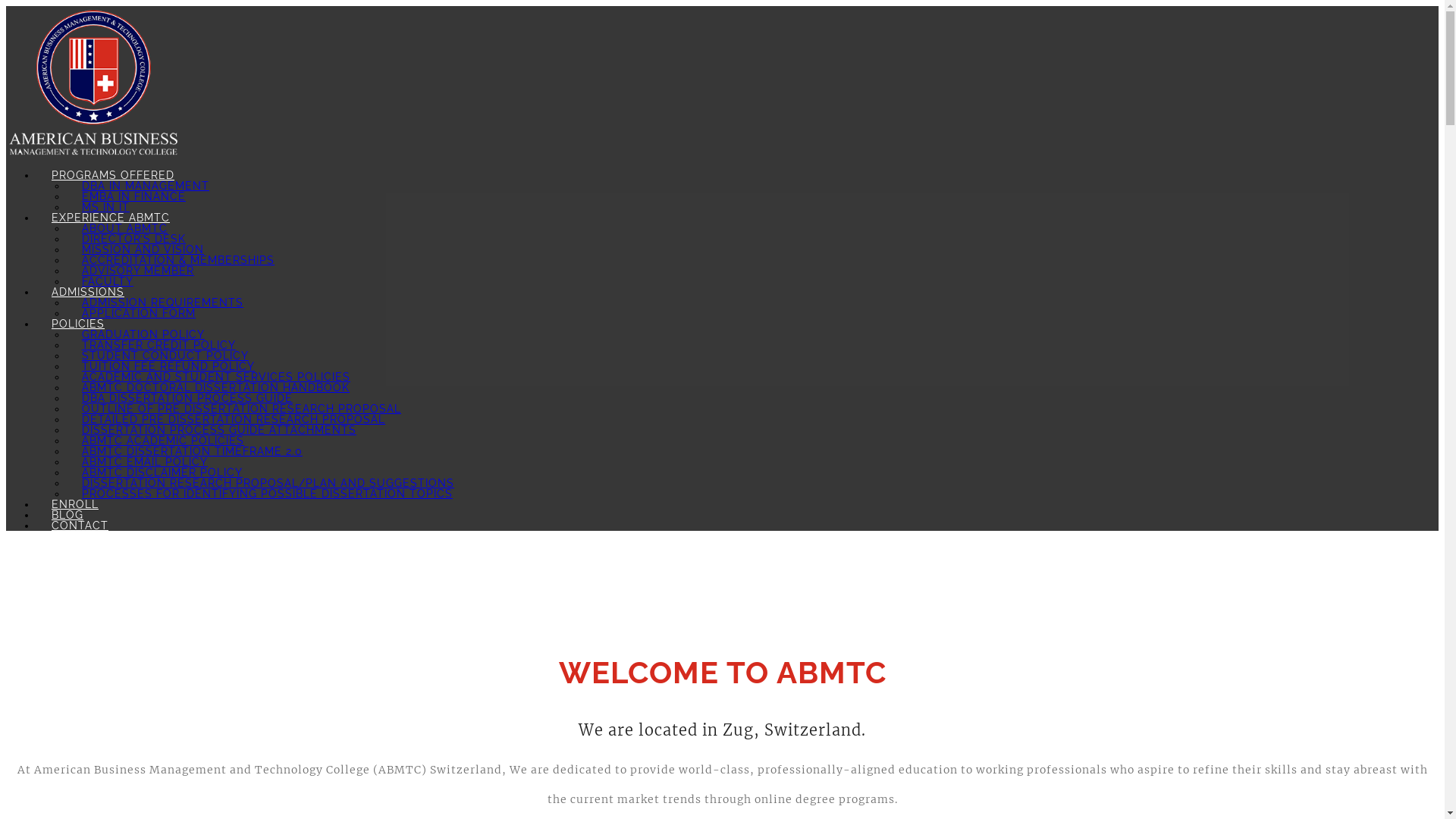 Image resolution: width=1456 pixels, height=819 pixels. I want to click on 'APPLICATION FORM', so click(138, 312).